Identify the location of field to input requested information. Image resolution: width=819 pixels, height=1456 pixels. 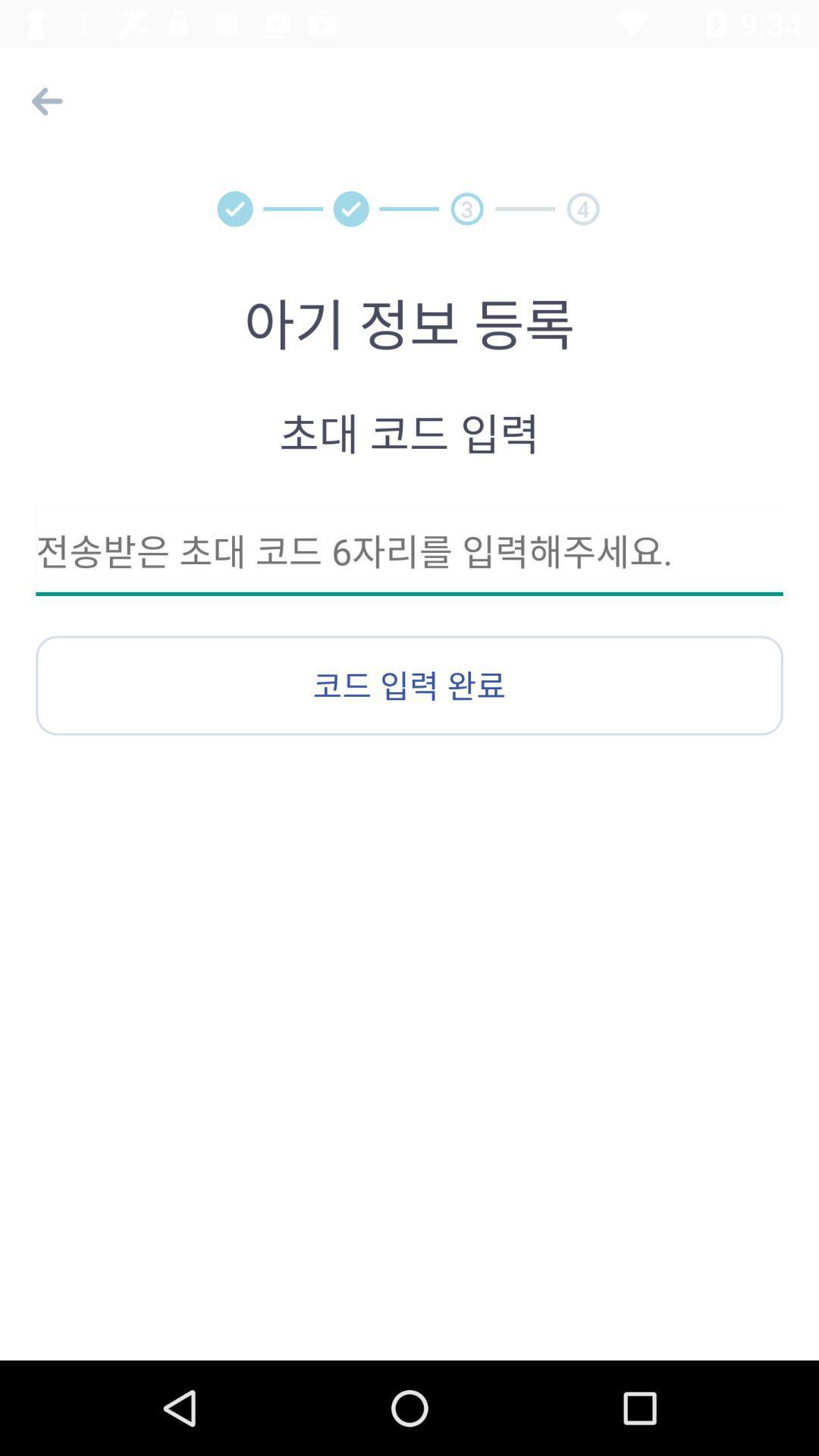
(409, 550).